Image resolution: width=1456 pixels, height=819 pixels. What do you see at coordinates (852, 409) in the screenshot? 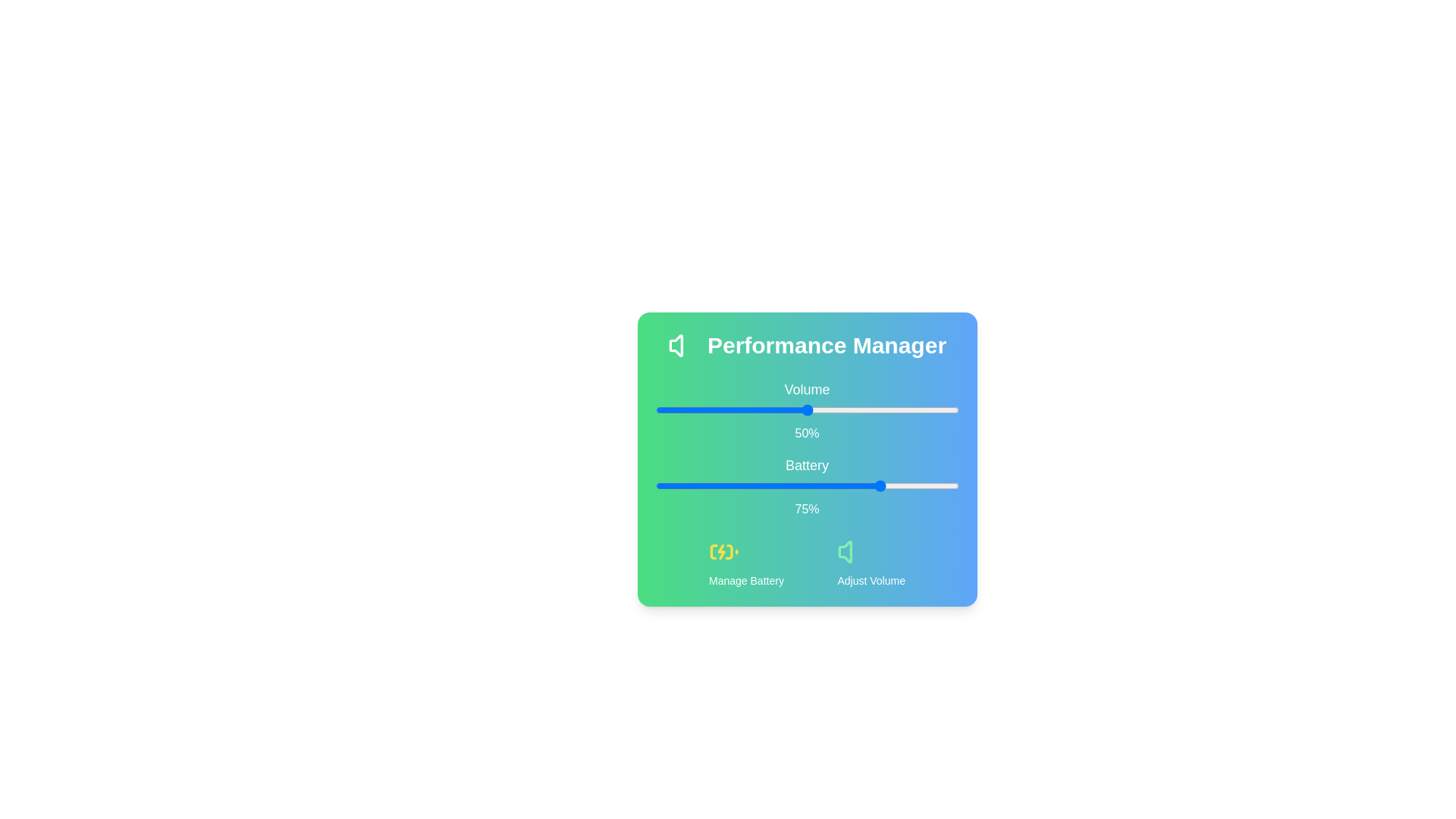
I see `the volume slider to 65%` at bounding box center [852, 409].